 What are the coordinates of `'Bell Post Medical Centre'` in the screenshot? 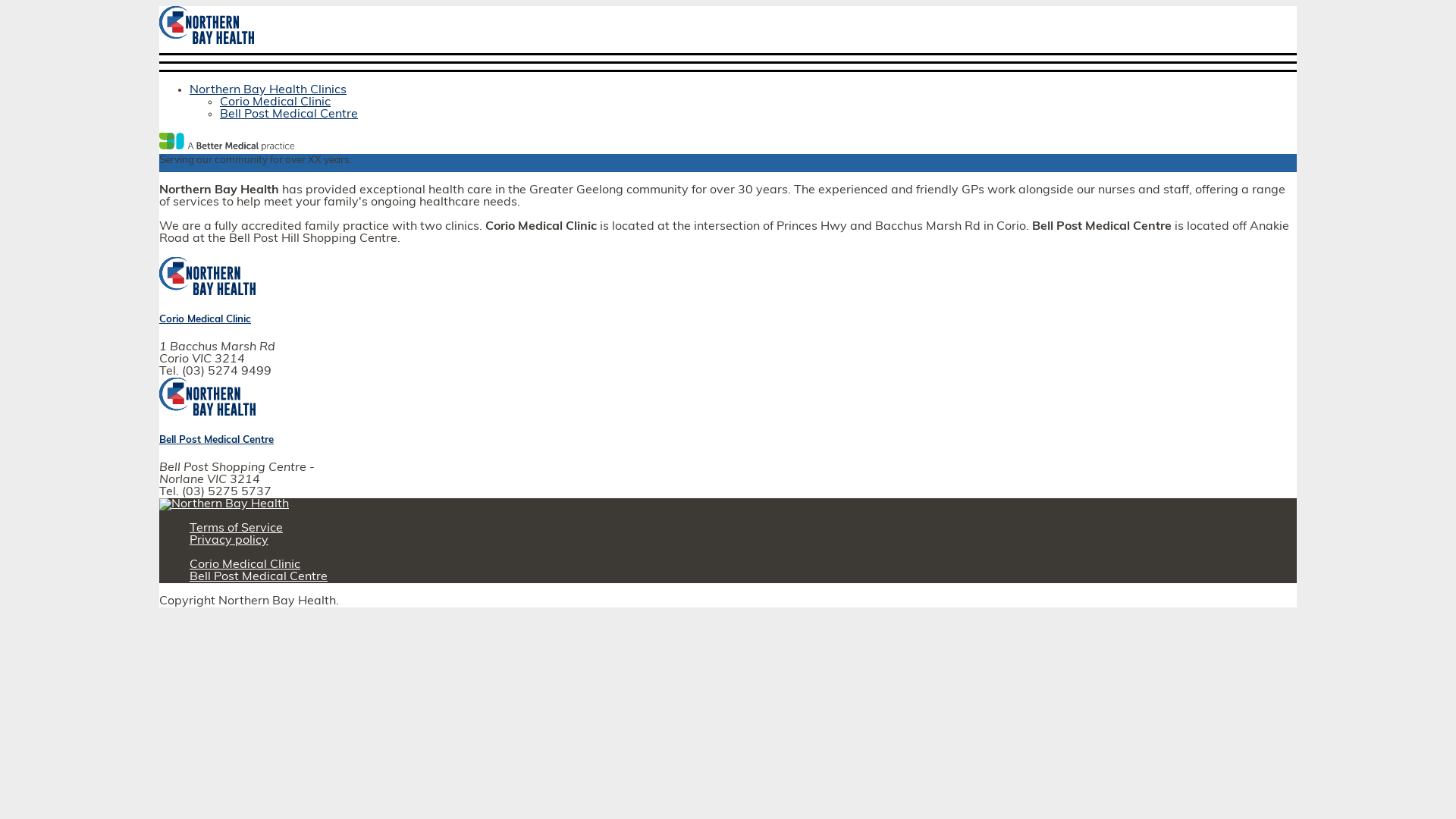 It's located at (288, 113).